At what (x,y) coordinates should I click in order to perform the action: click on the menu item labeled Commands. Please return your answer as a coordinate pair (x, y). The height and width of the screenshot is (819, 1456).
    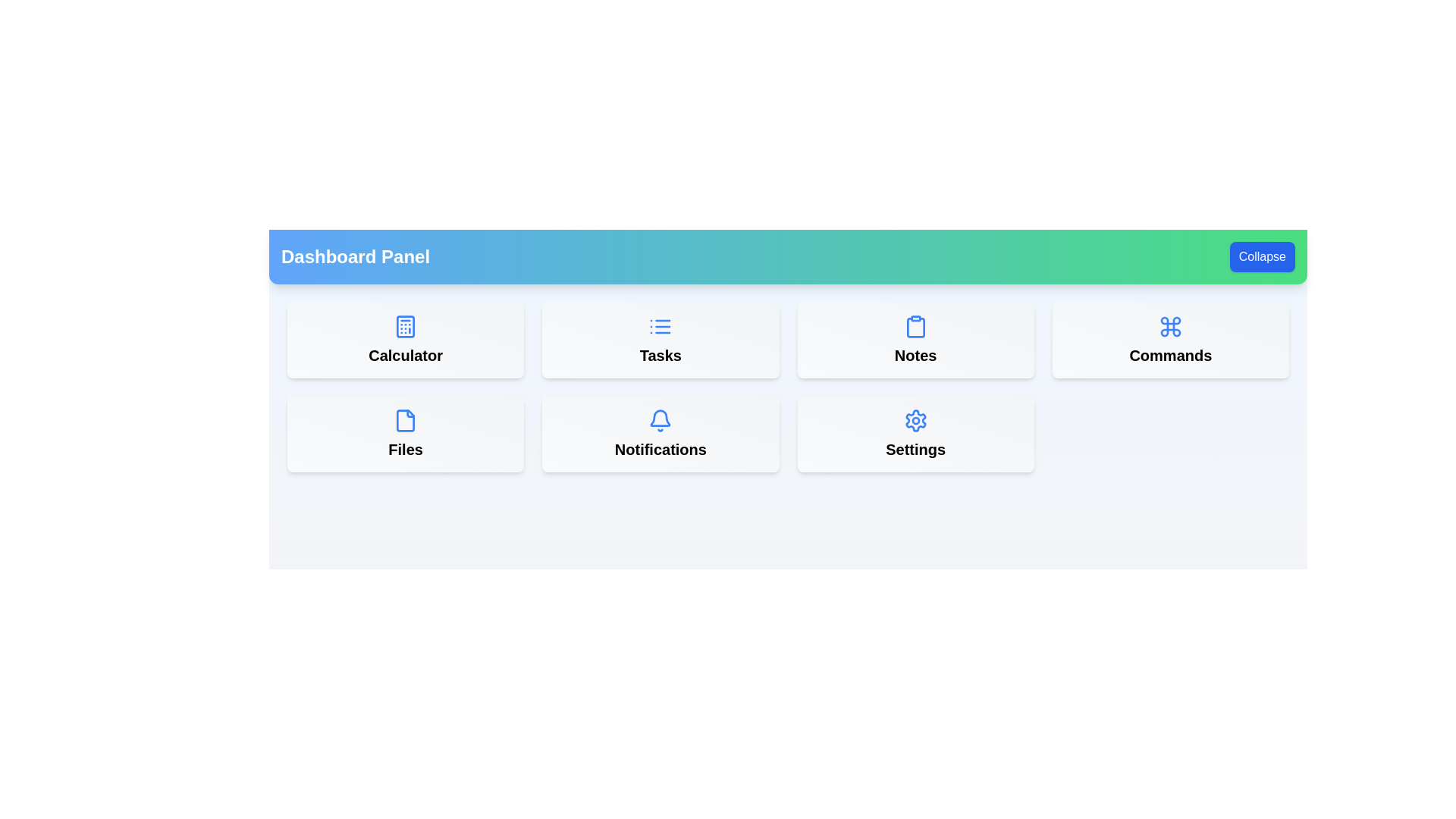
    Looking at the image, I should click on (1169, 339).